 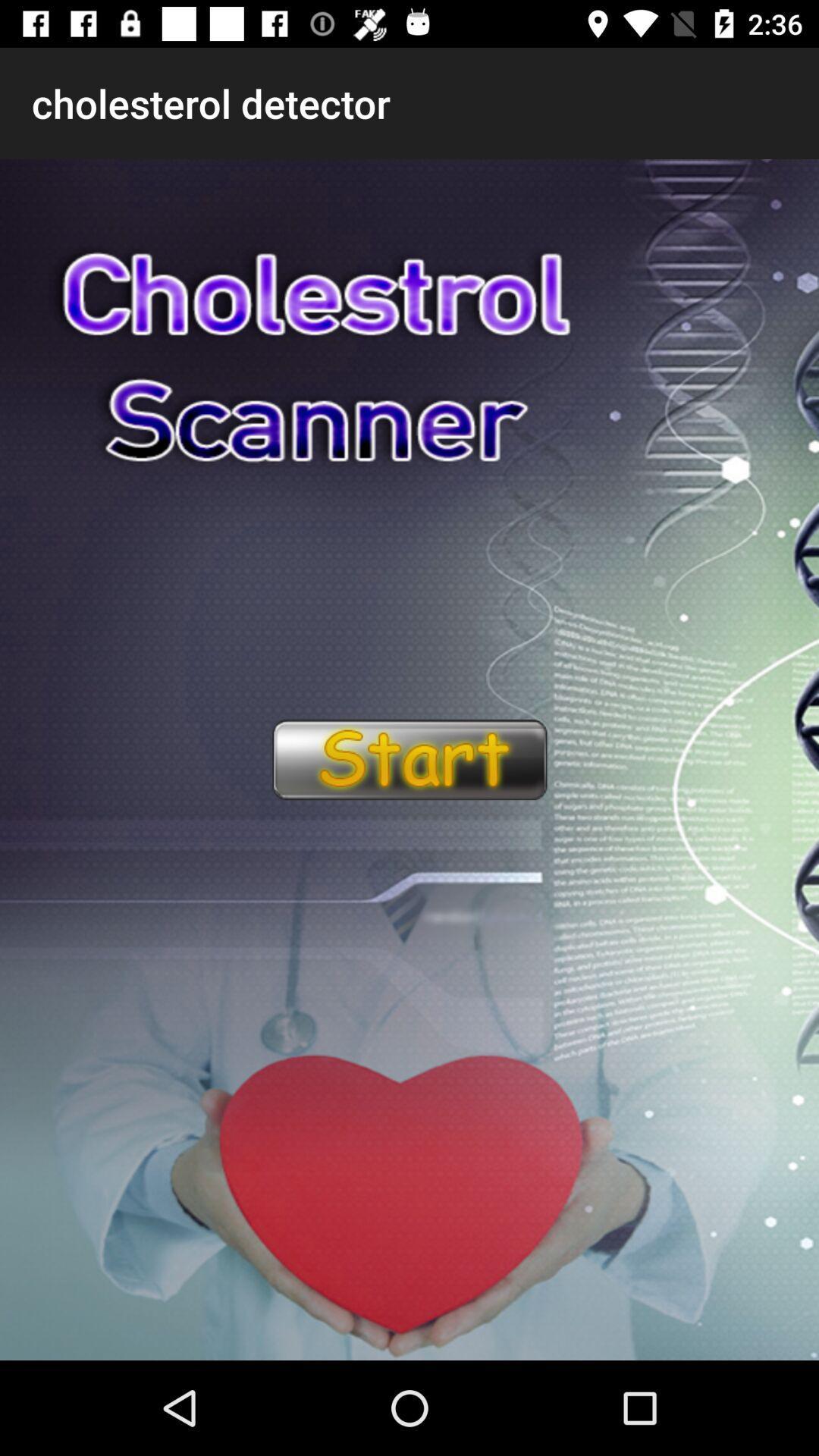 What do you see at coordinates (408, 760) in the screenshot?
I see `start` at bounding box center [408, 760].